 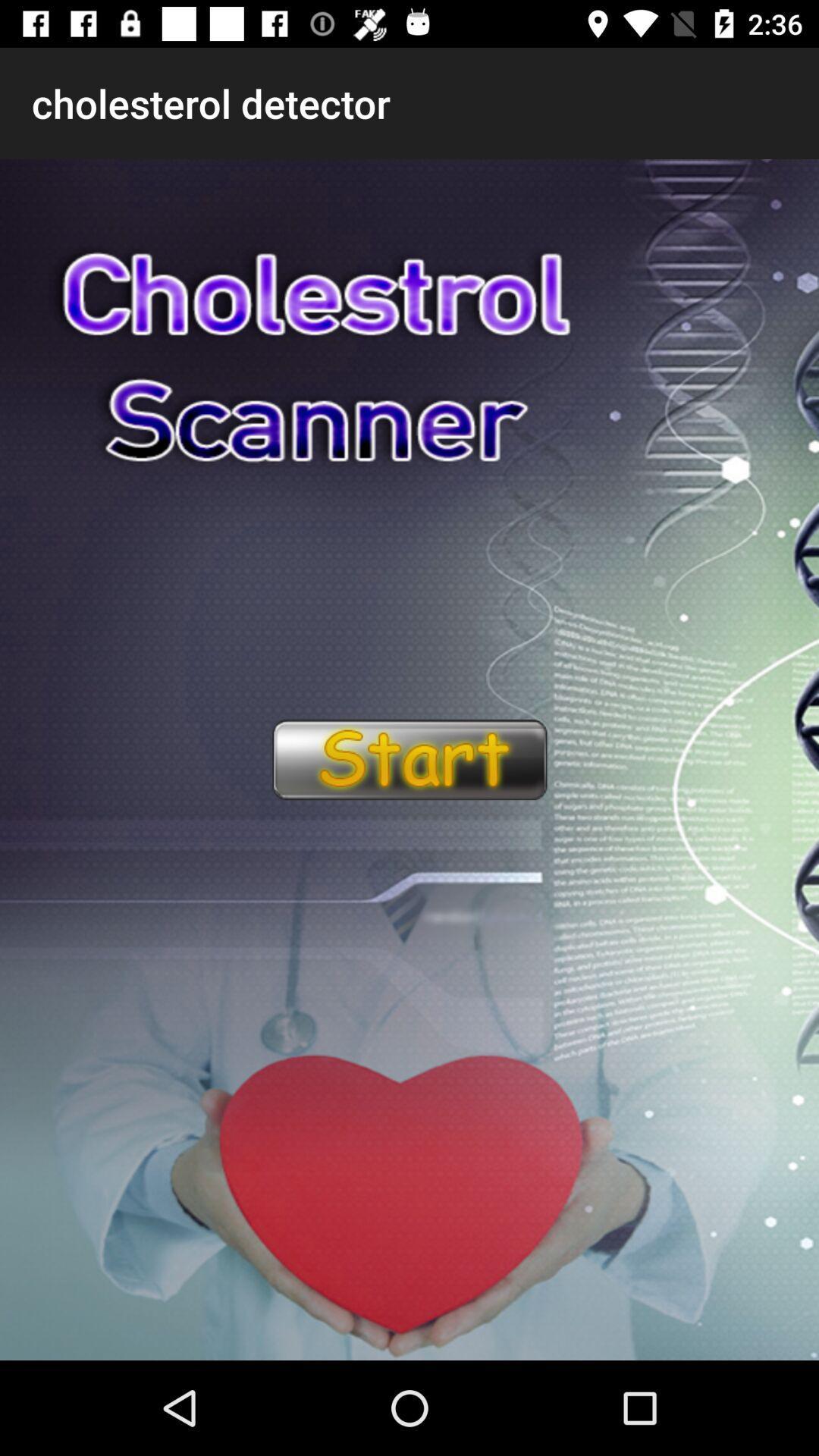 What do you see at coordinates (408, 760) in the screenshot?
I see `start` at bounding box center [408, 760].